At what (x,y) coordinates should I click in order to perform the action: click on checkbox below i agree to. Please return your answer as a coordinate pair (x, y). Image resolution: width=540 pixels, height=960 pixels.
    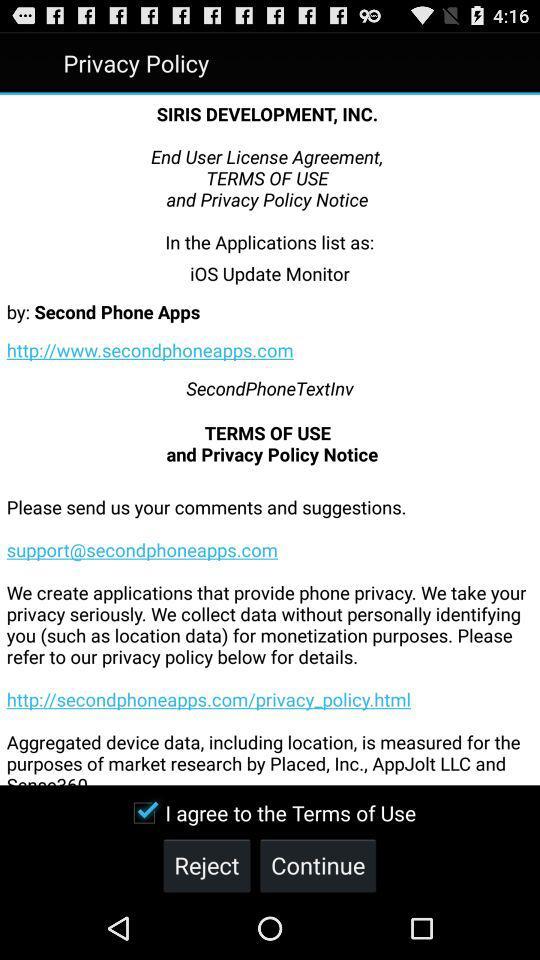
    Looking at the image, I should click on (205, 864).